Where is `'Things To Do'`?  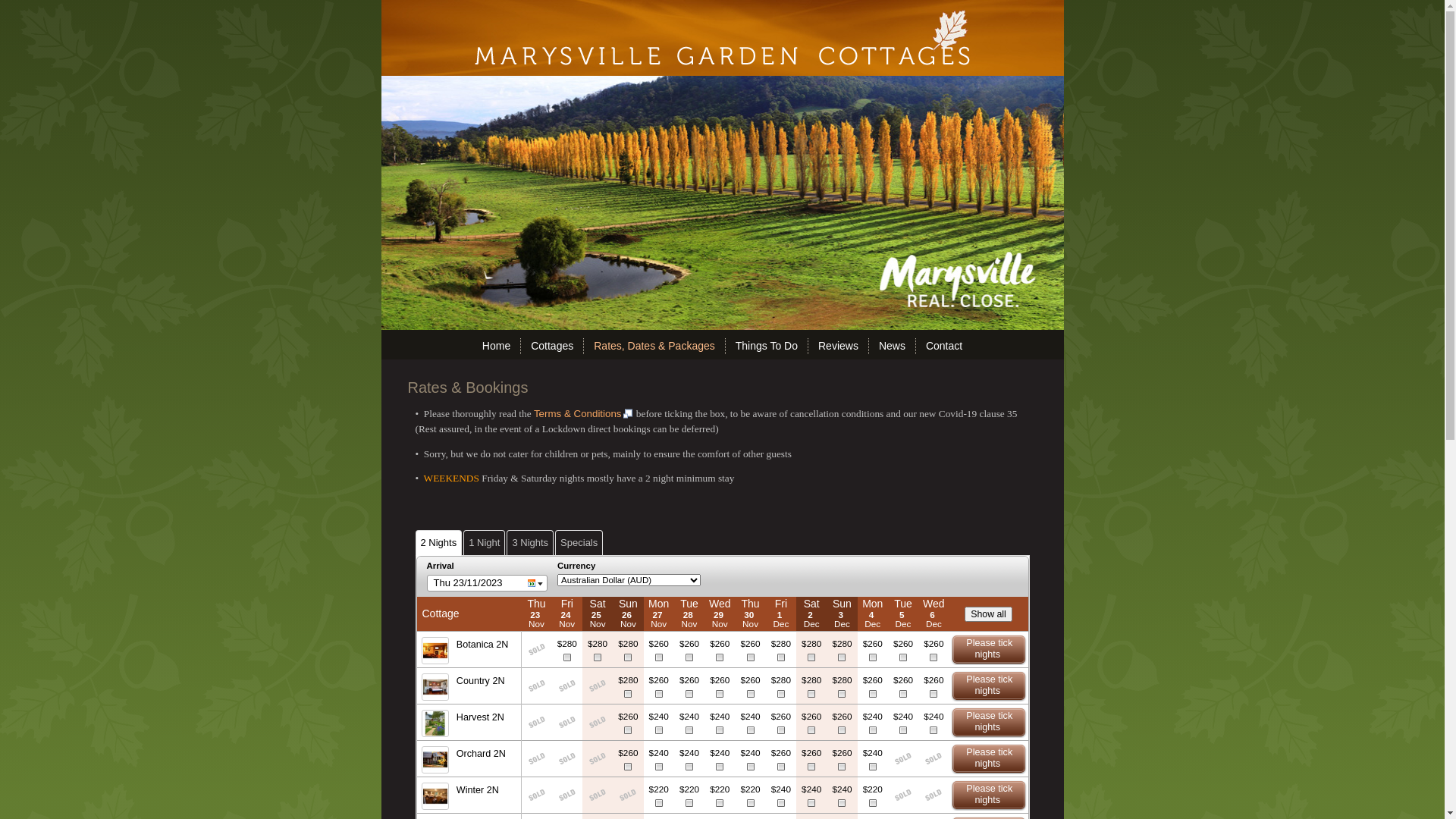
'Things To Do' is located at coordinates (767, 345).